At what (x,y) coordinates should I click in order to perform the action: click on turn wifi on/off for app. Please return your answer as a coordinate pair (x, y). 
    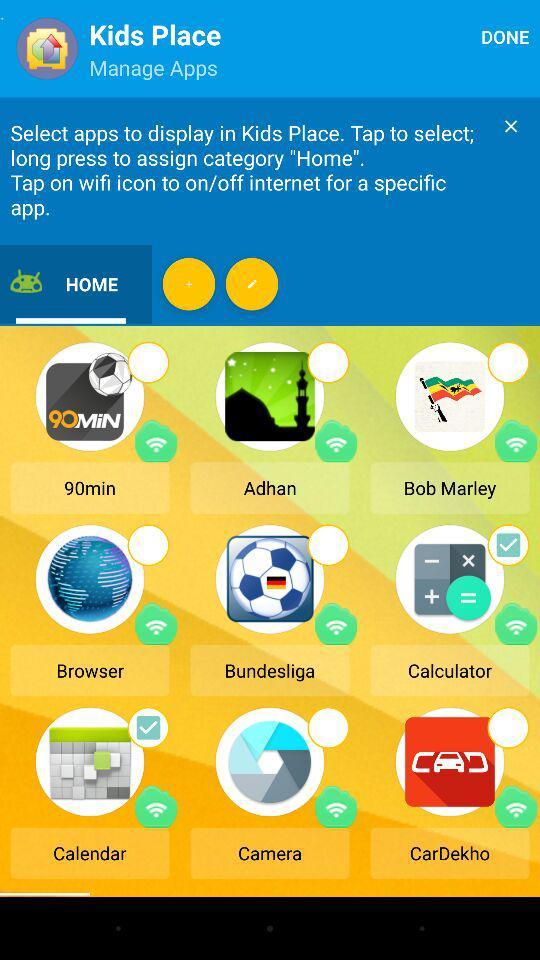
    Looking at the image, I should click on (516, 623).